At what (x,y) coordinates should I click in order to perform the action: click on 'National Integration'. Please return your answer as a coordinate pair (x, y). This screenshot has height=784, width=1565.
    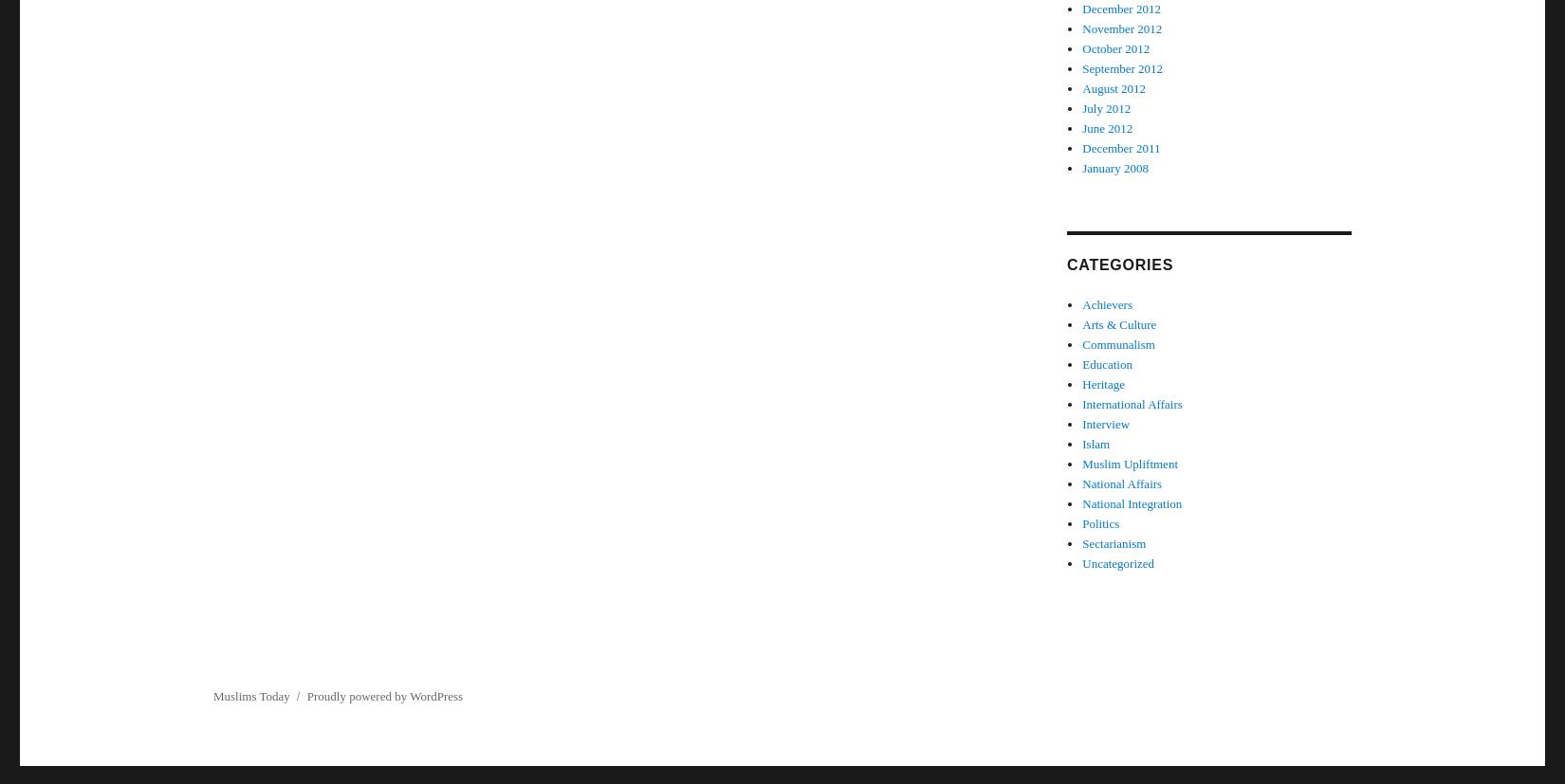
    Looking at the image, I should click on (1132, 503).